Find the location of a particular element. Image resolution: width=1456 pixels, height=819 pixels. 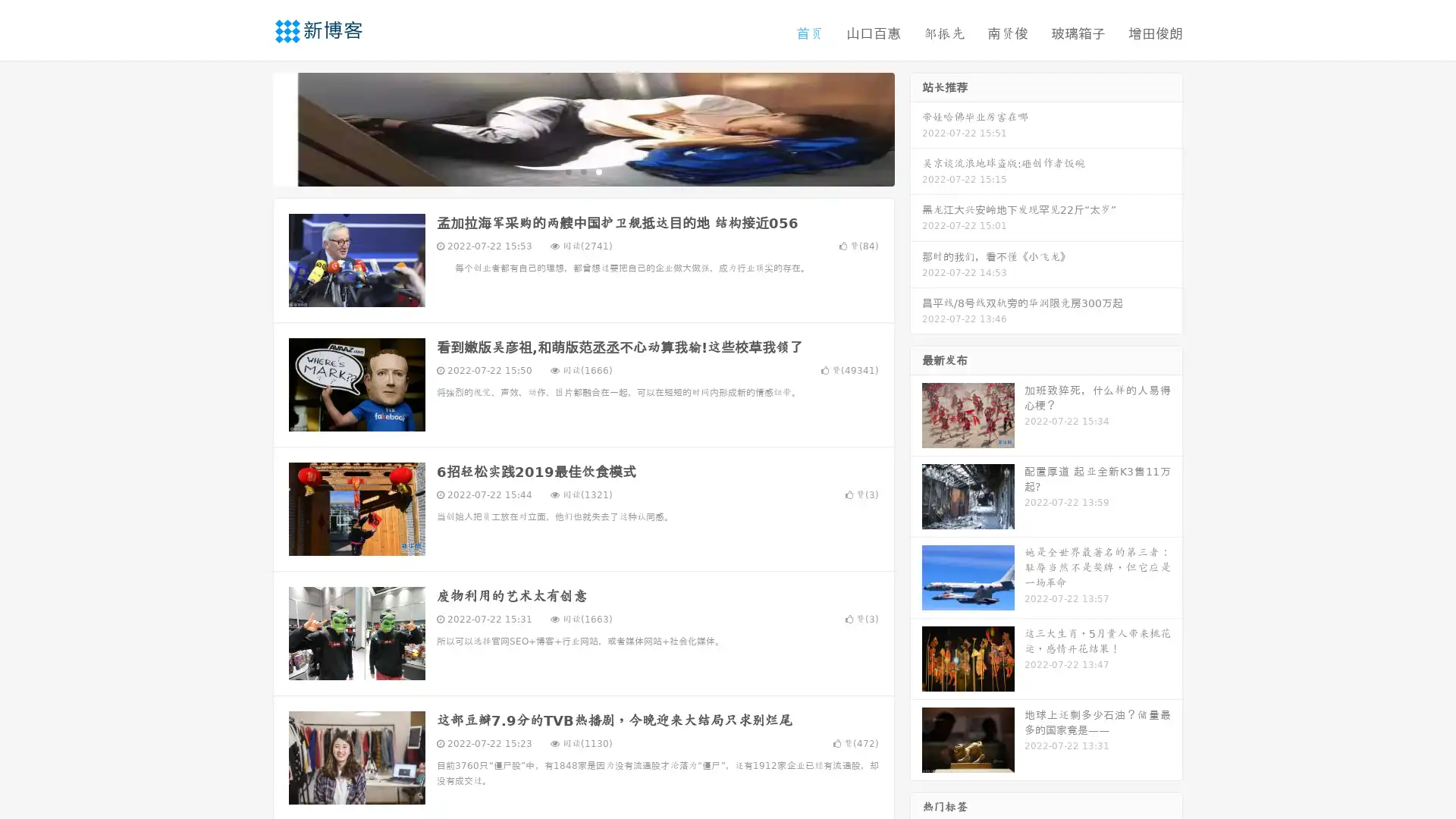

Go to slide 2 is located at coordinates (582, 171).